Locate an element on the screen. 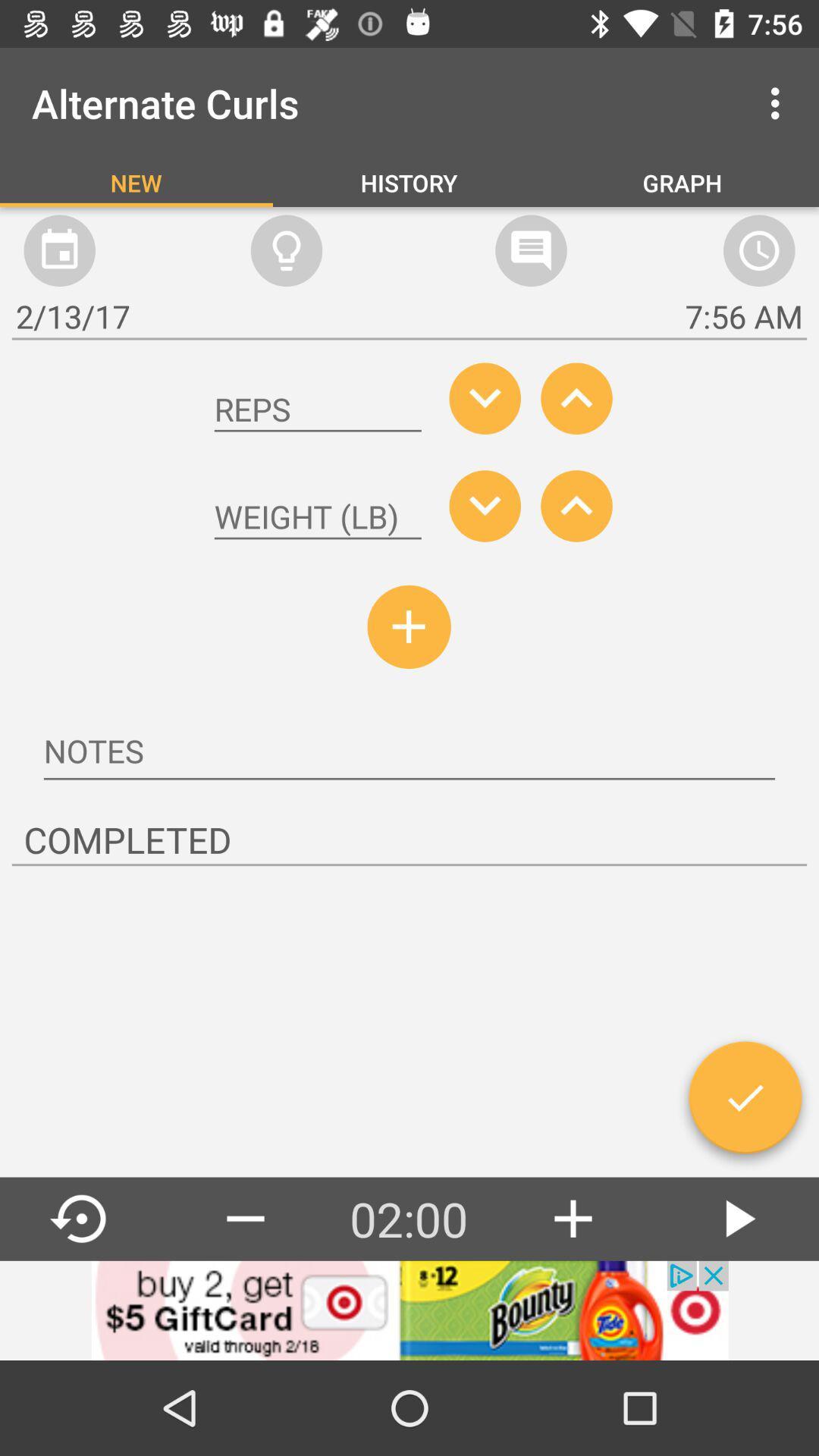  placeholder to update weight is located at coordinates (317, 517).